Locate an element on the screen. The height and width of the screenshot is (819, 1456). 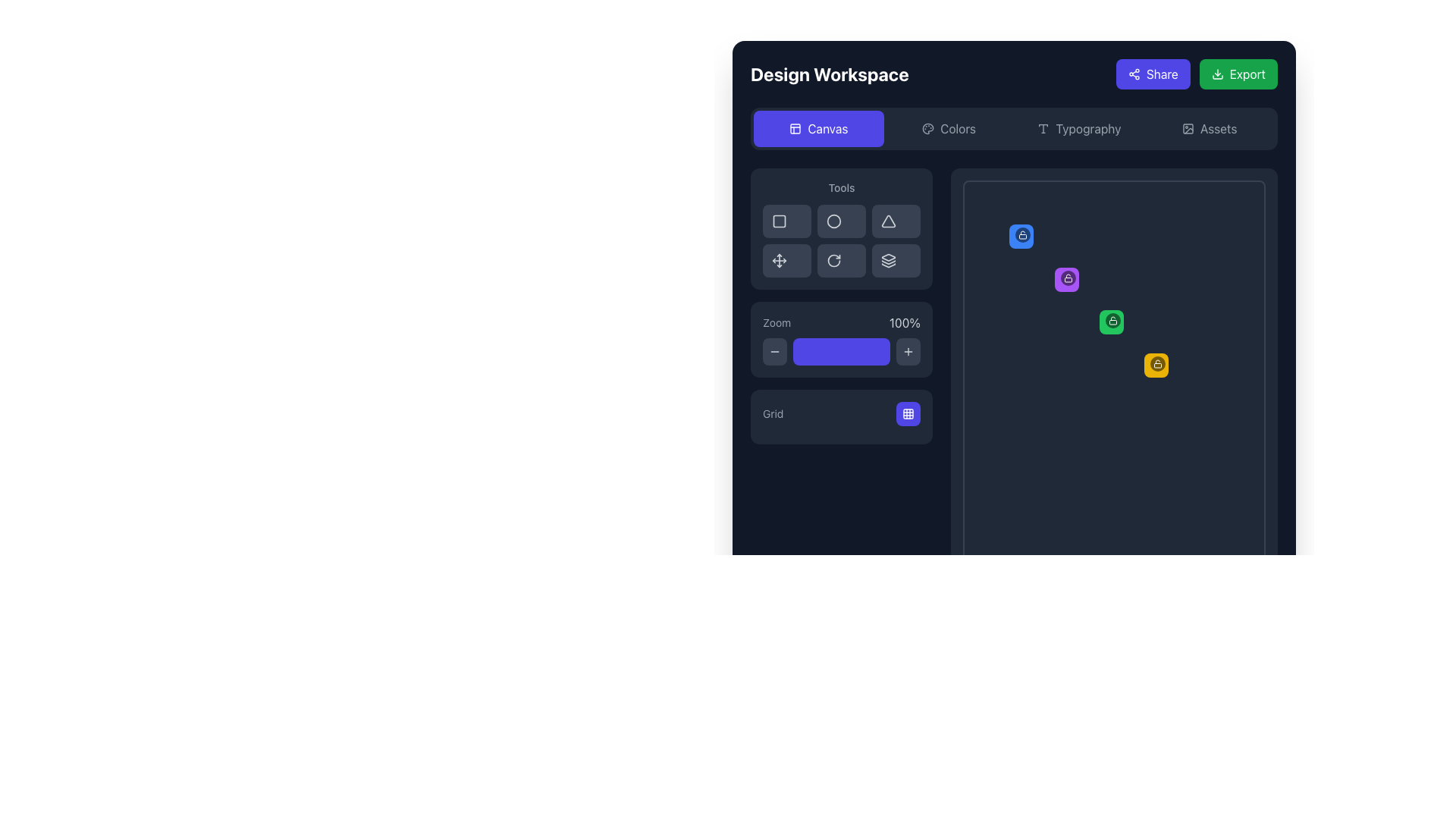
the 'share' button located in the top-right corner of the interface, adjacent to the 'Export' button, to share content from the current workspace is located at coordinates (1153, 74).